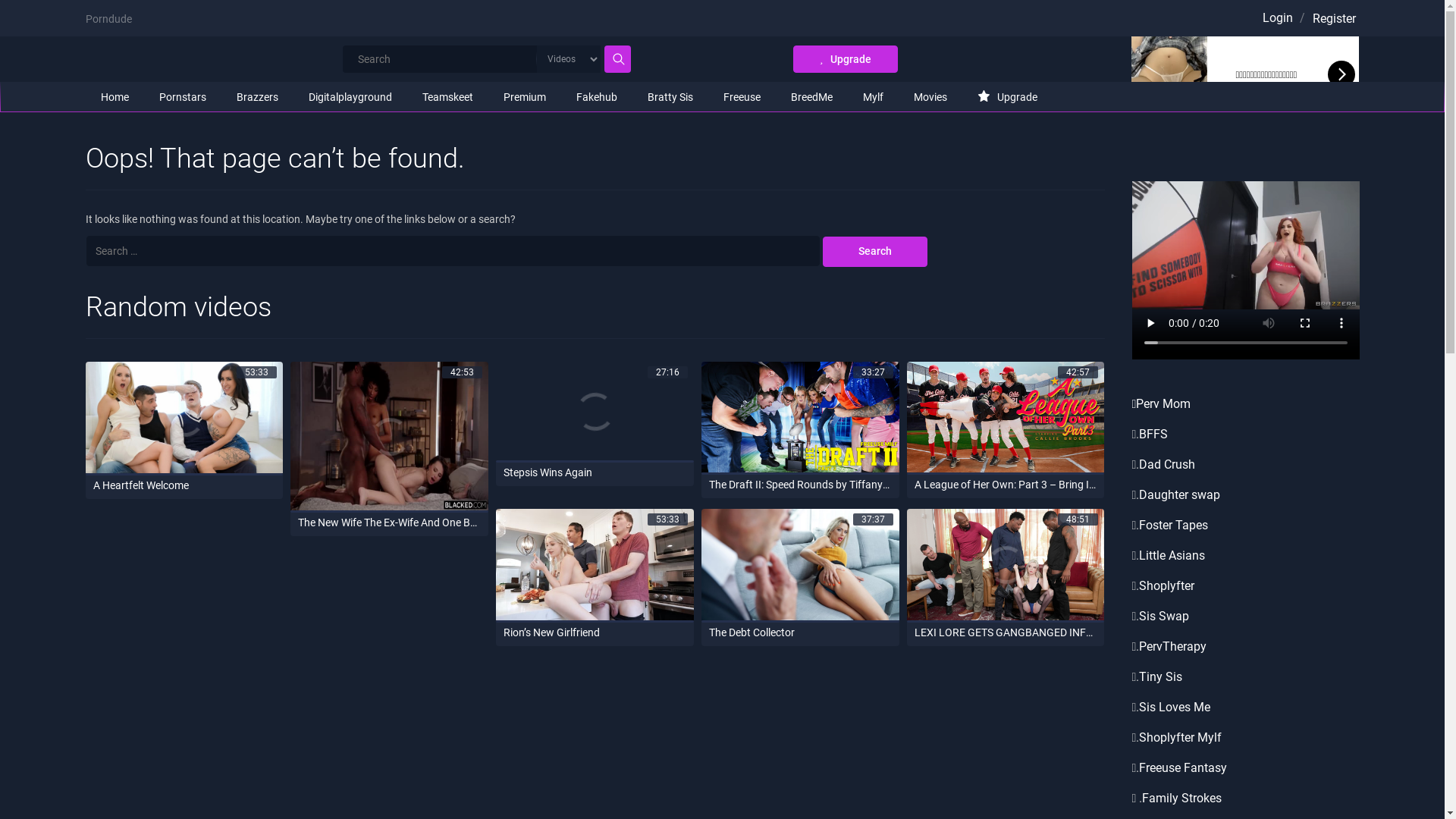  What do you see at coordinates (594, 412) in the screenshot?
I see `'27:16'` at bounding box center [594, 412].